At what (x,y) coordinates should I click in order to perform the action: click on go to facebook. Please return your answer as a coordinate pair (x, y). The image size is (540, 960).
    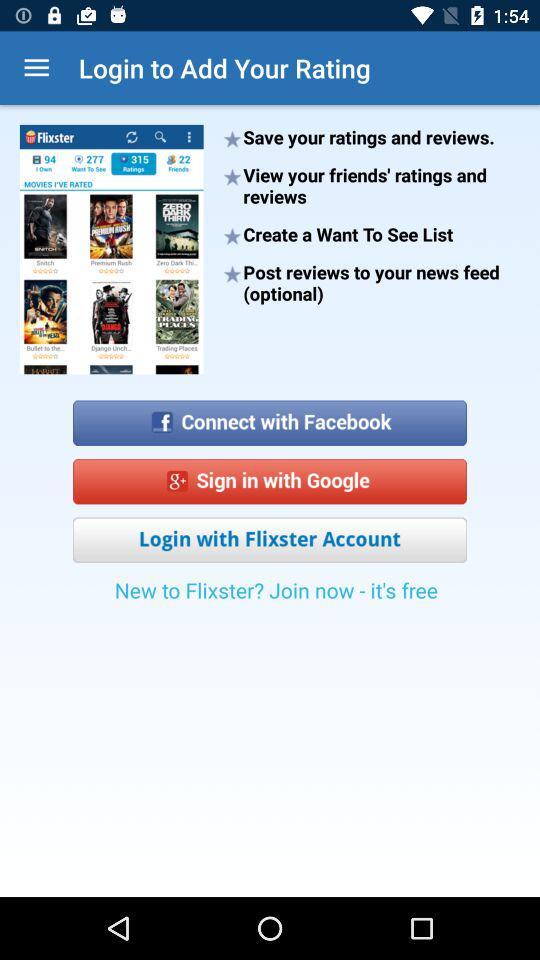
    Looking at the image, I should click on (270, 415).